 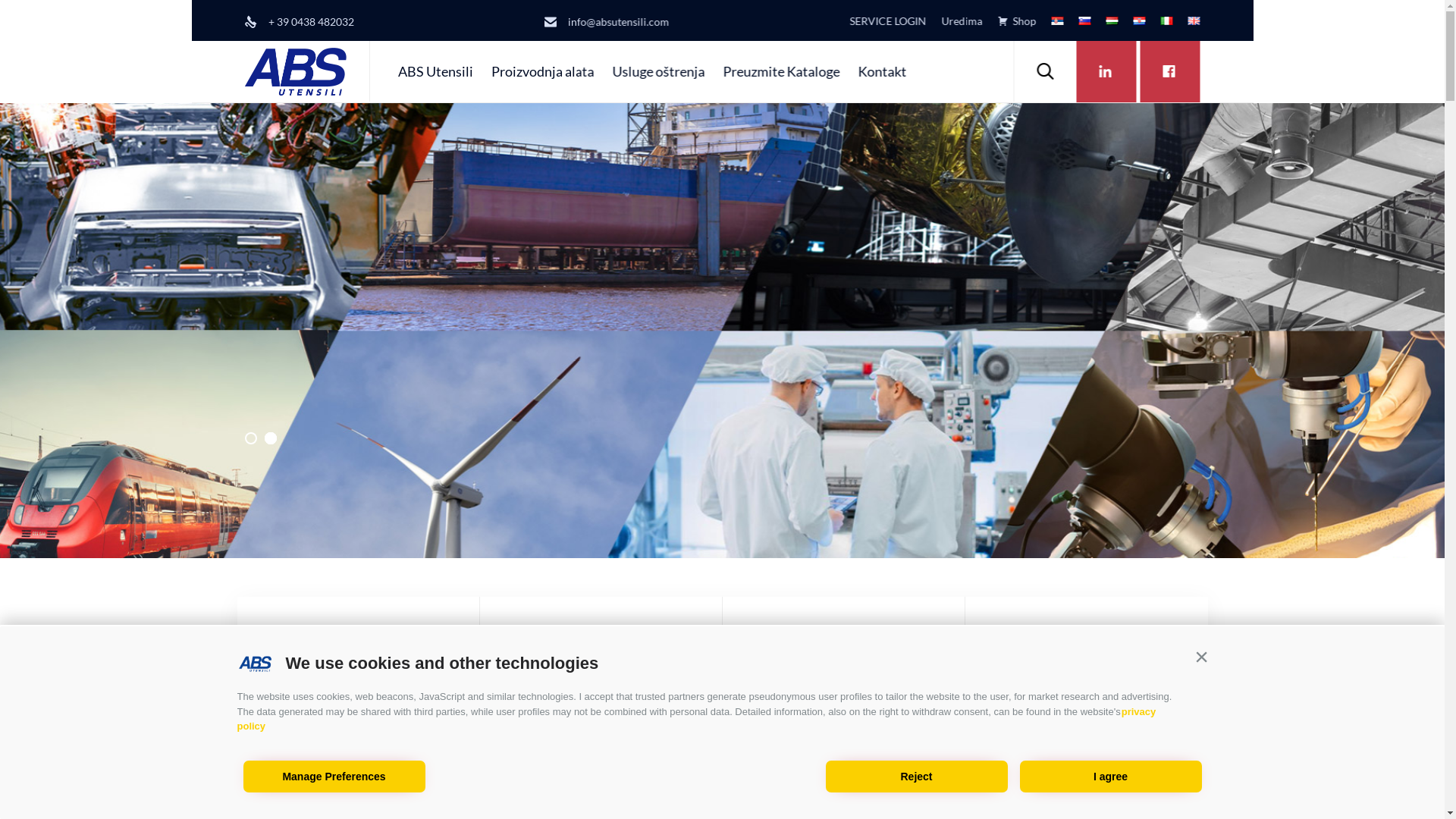 What do you see at coordinates (953, 20) in the screenshot?
I see `'Uredima'` at bounding box center [953, 20].